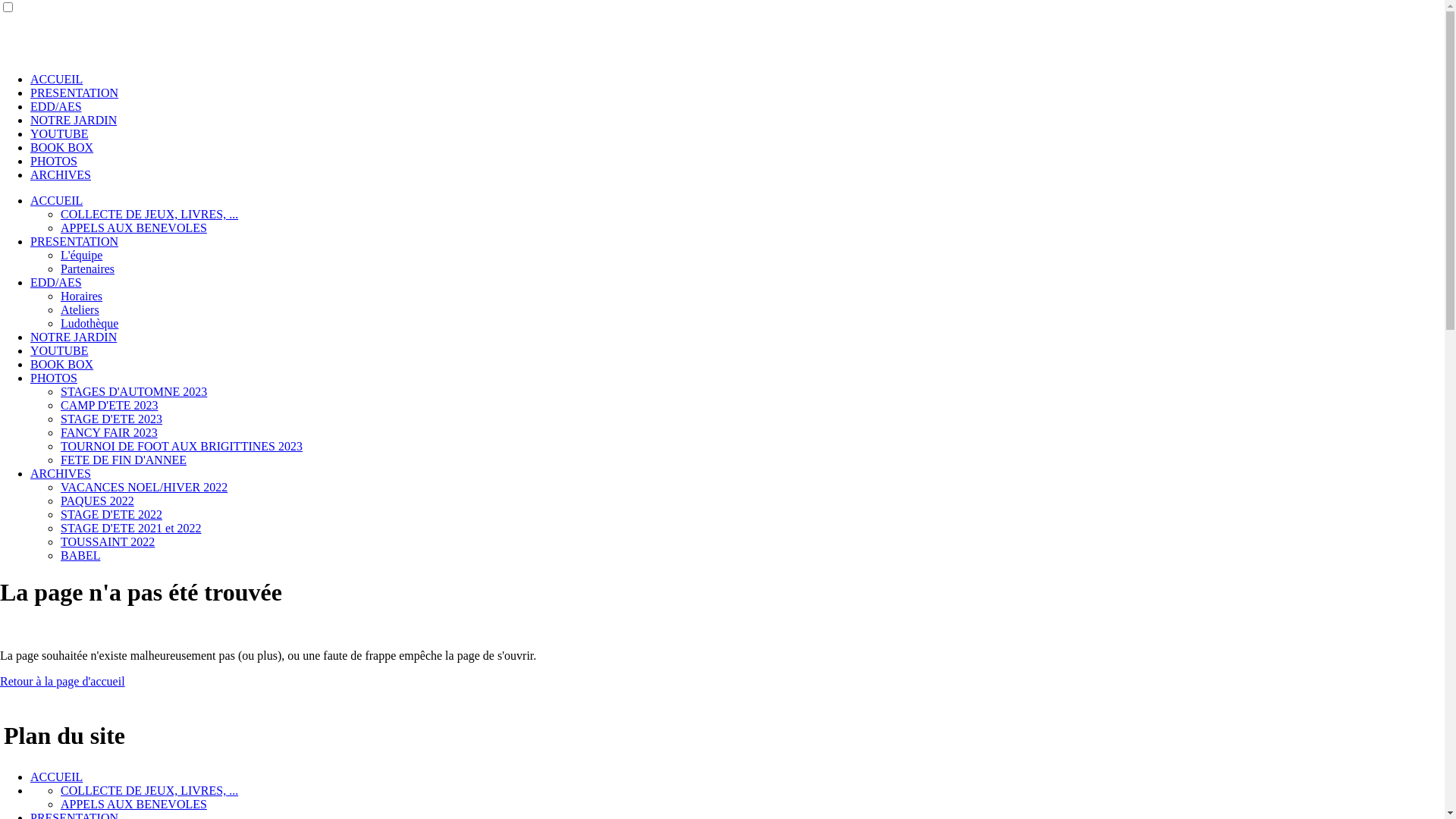 Image resolution: width=1456 pixels, height=819 pixels. I want to click on 'TOUSSAINT 2022', so click(107, 541).